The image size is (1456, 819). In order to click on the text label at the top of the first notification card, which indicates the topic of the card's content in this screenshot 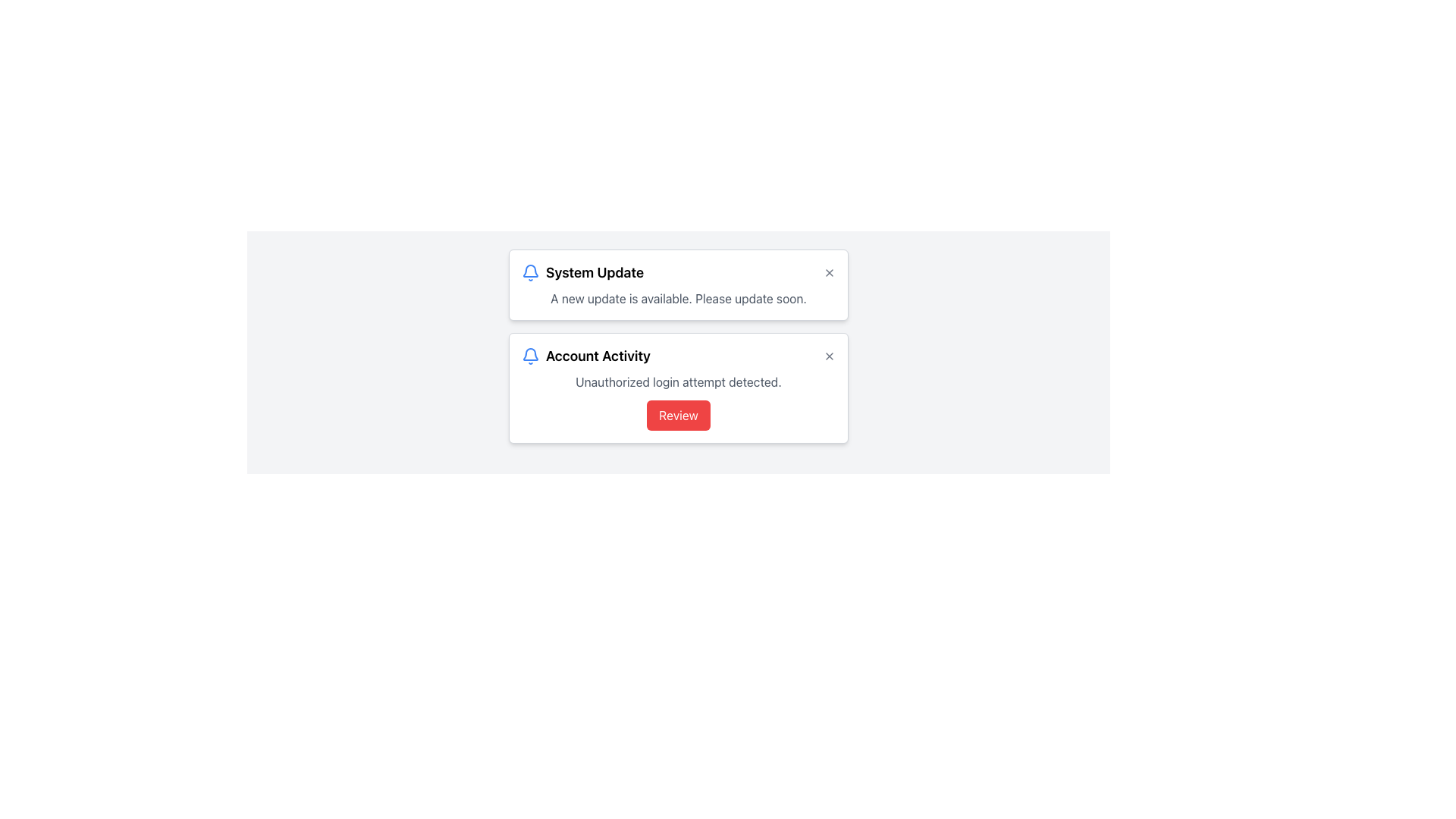, I will do `click(594, 271)`.